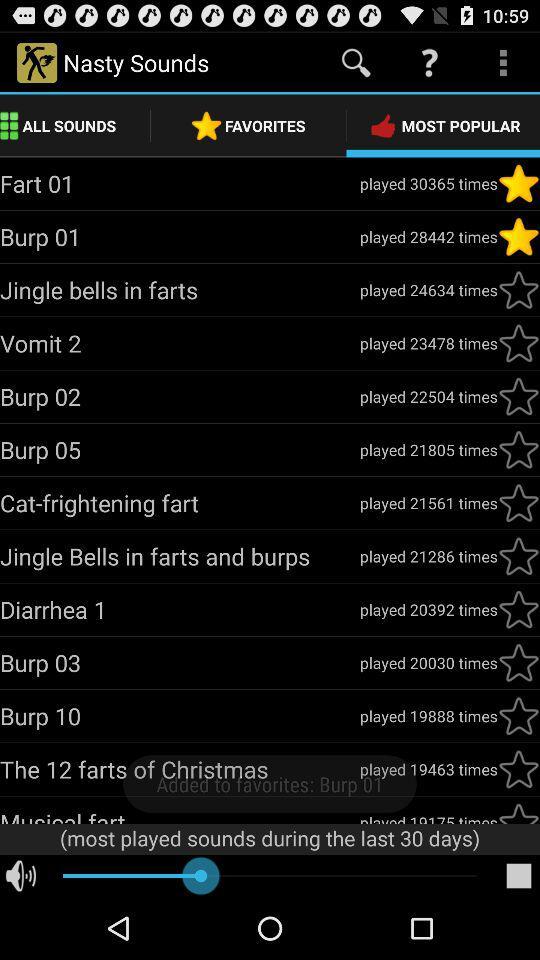 The height and width of the screenshot is (960, 540). Describe the element at coordinates (518, 608) in the screenshot. I see `to favorite` at that location.